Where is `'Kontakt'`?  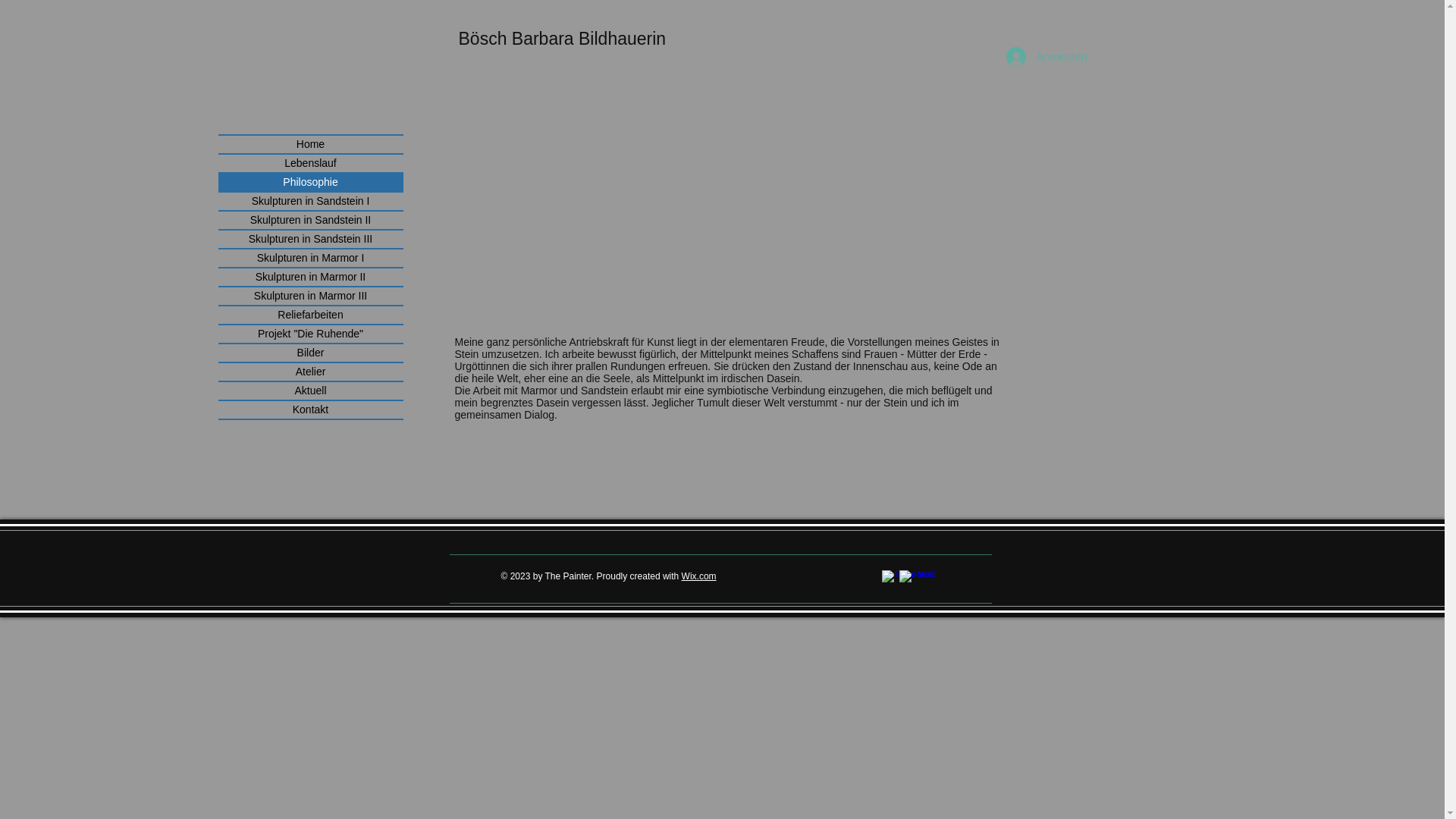 'Kontakt' is located at coordinates (309, 409).